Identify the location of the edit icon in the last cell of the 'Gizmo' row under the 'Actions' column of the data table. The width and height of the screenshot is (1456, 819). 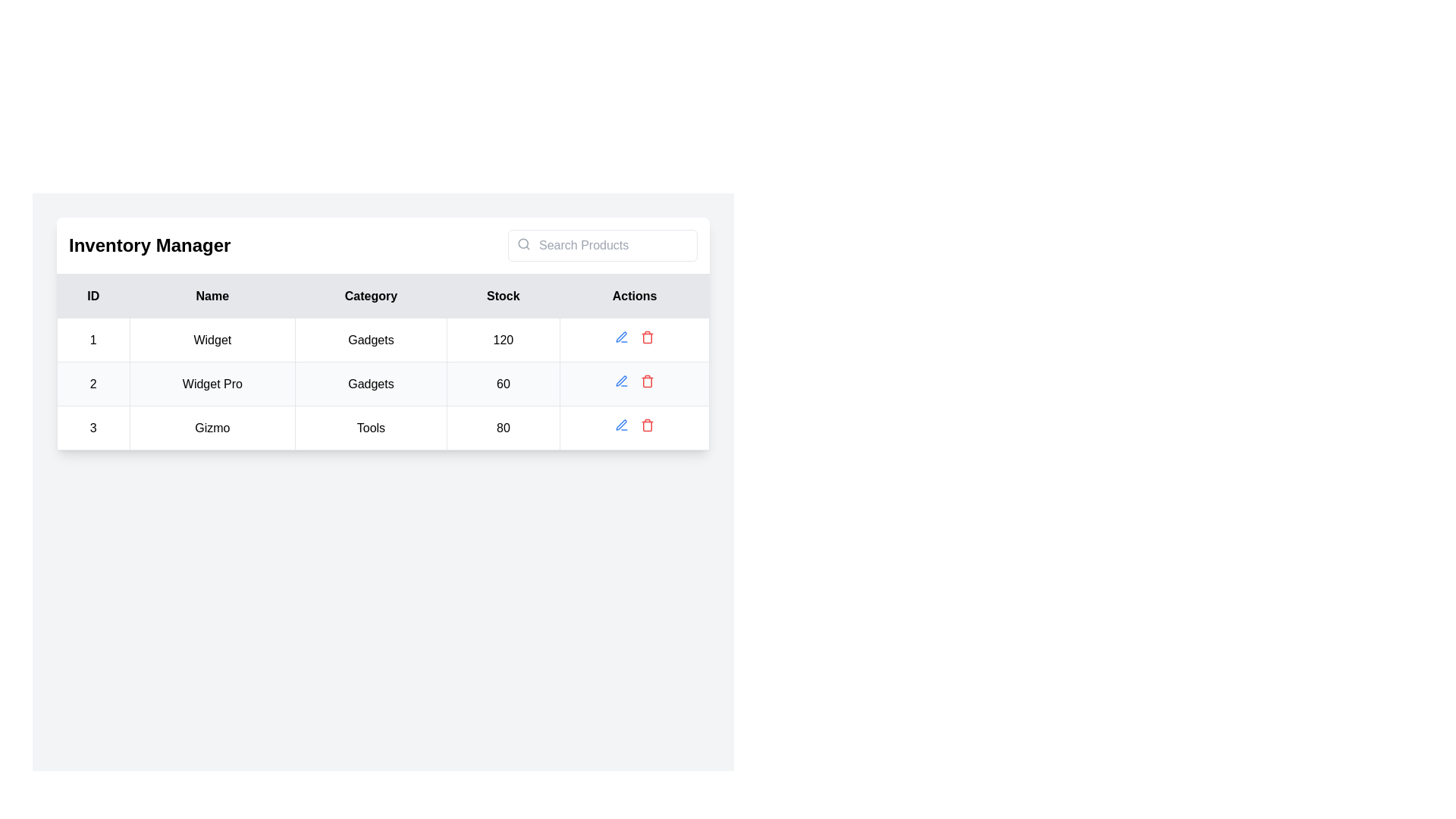
(634, 428).